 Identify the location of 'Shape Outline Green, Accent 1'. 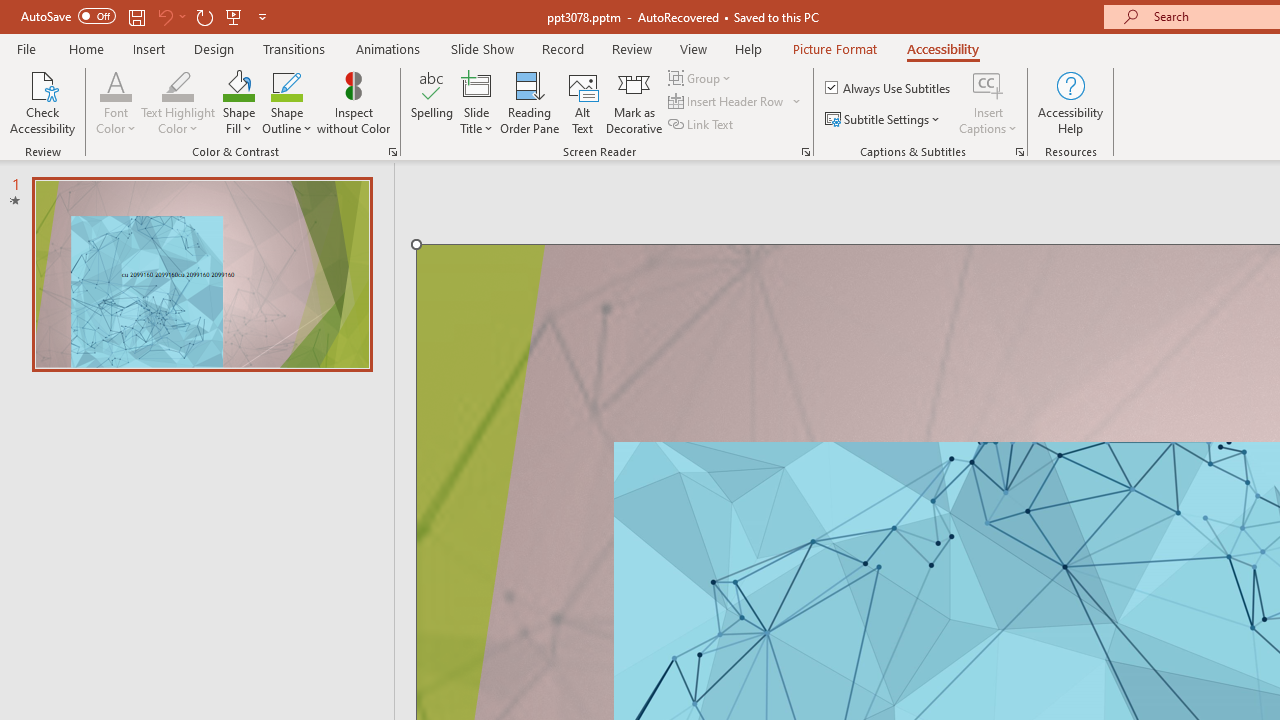
(286, 84).